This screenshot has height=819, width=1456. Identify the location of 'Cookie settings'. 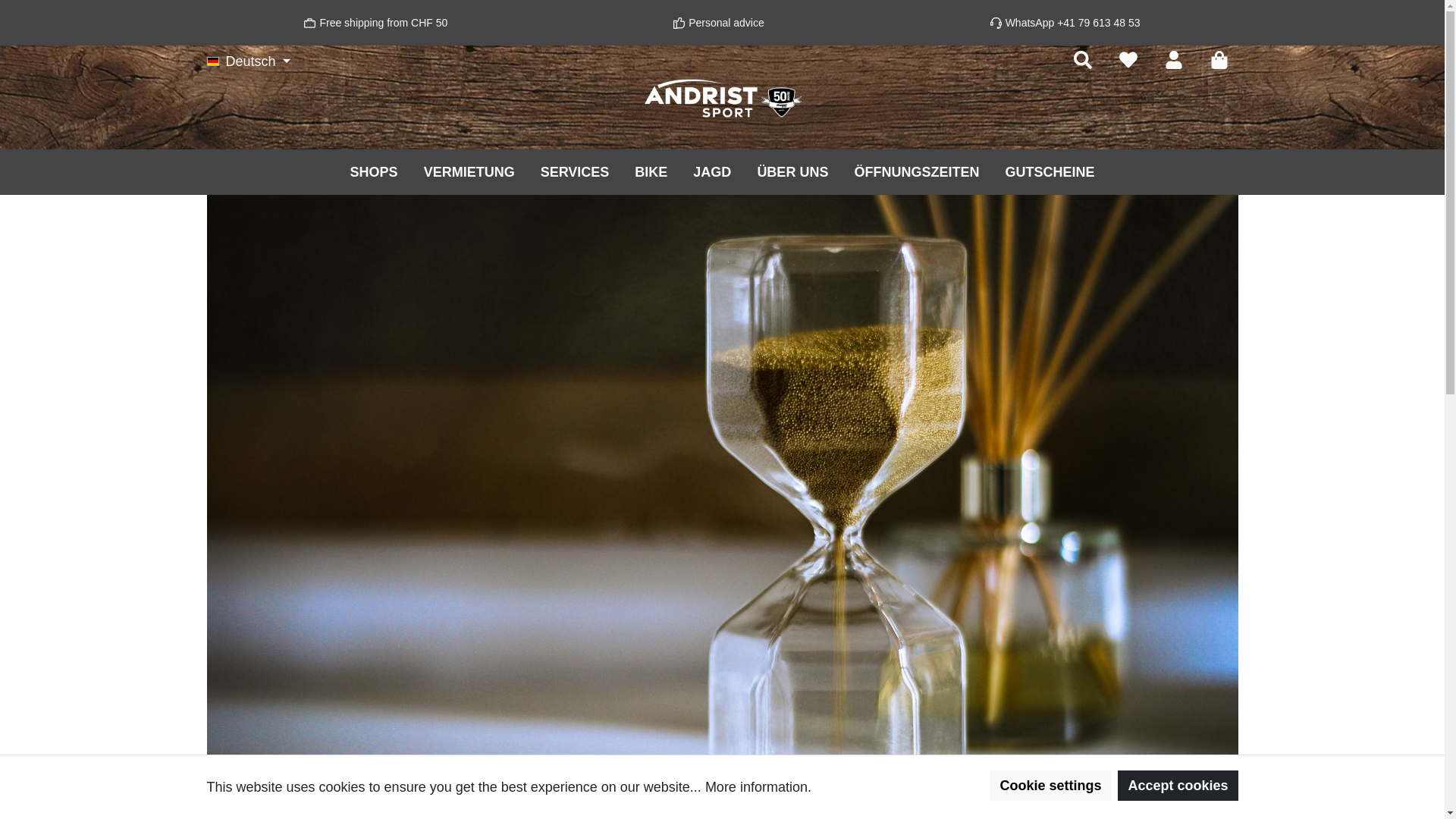
(1050, 785).